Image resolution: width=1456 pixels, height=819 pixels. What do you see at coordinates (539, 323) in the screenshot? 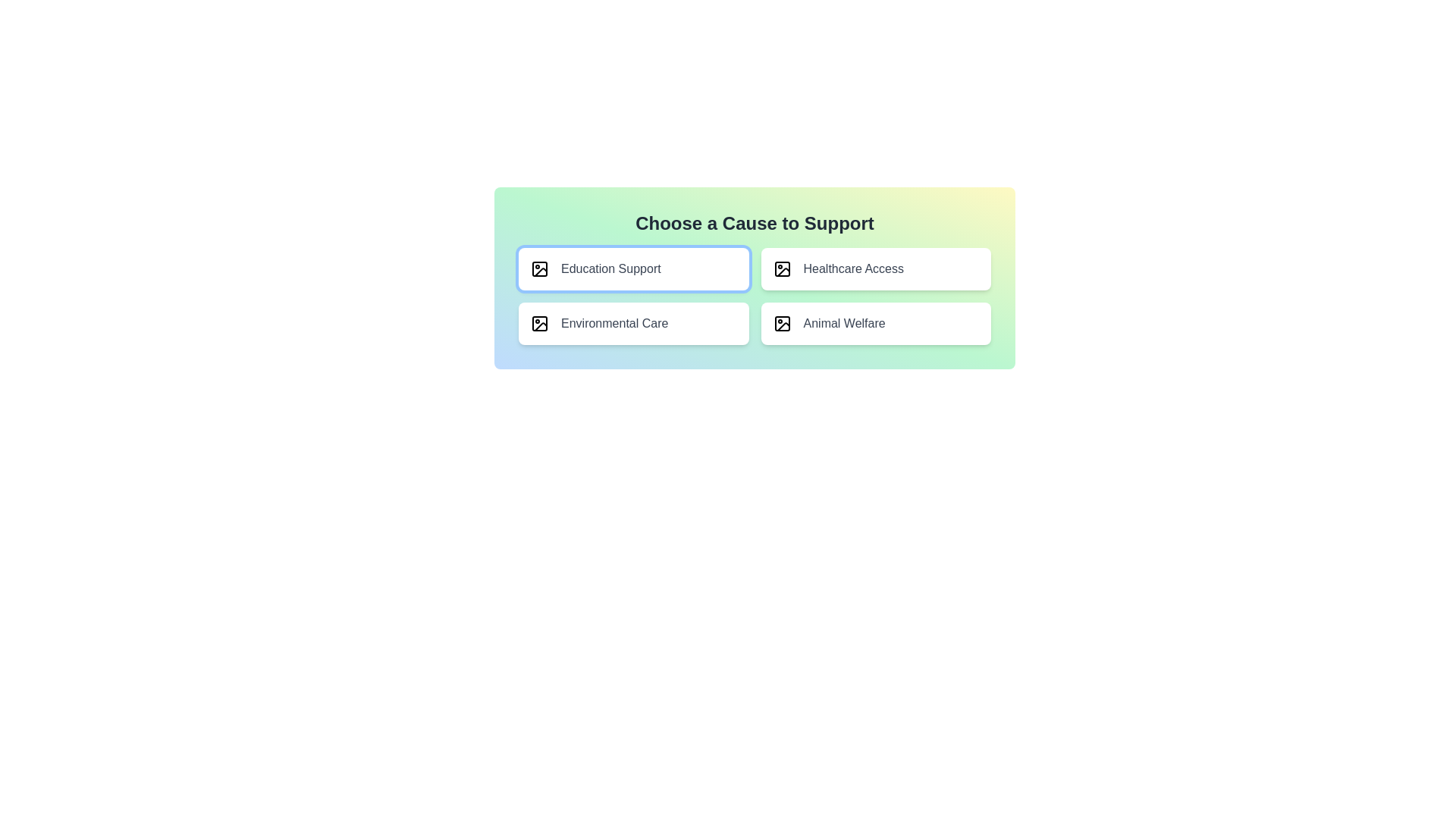
I see `the icon representing 'Environmental Care' in the selection grid, located in the second row, first column of the 'Choose a Cause to Support' card` at bounding box center [539, 323].